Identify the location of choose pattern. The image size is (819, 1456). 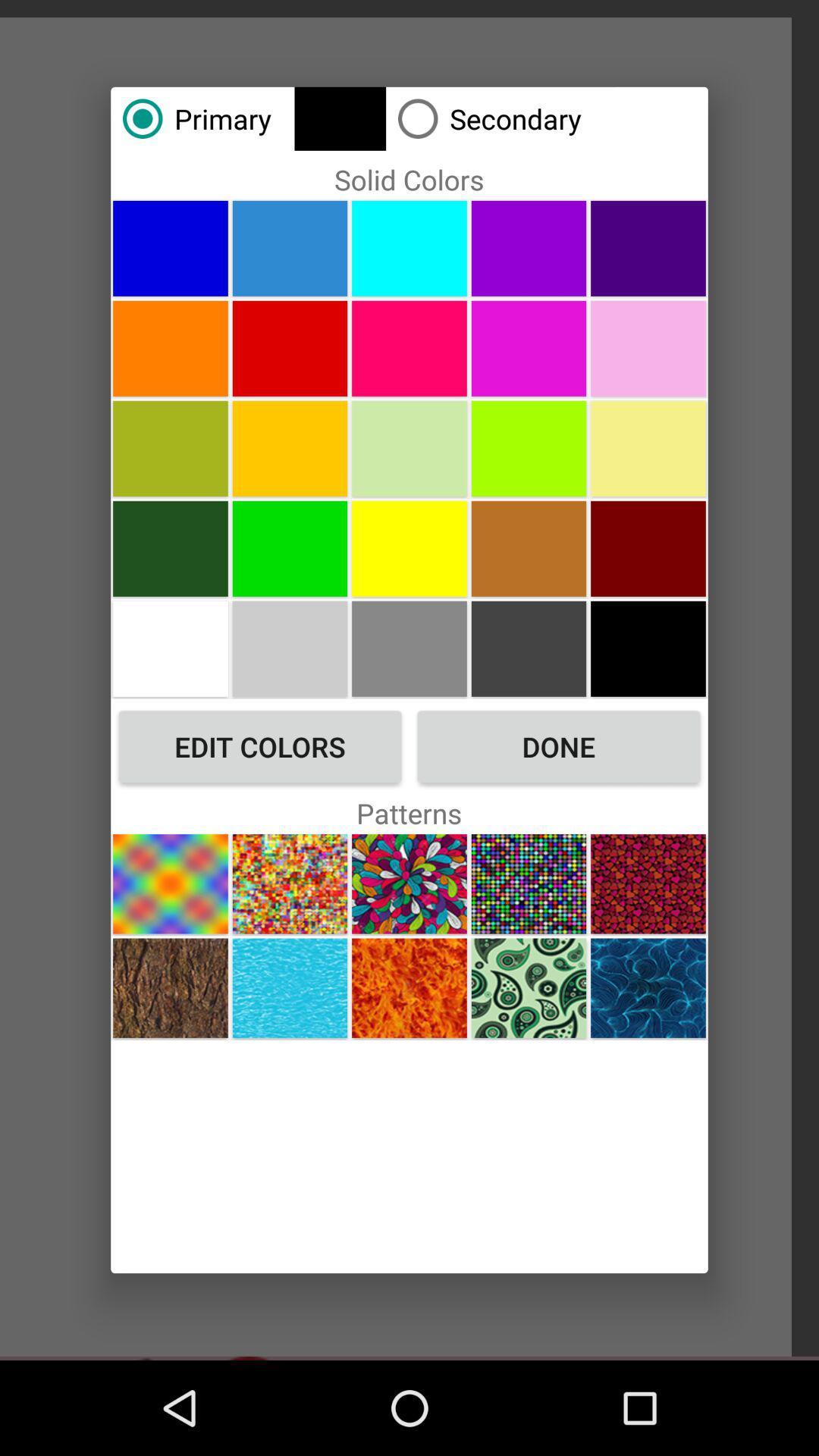
(170, 988).